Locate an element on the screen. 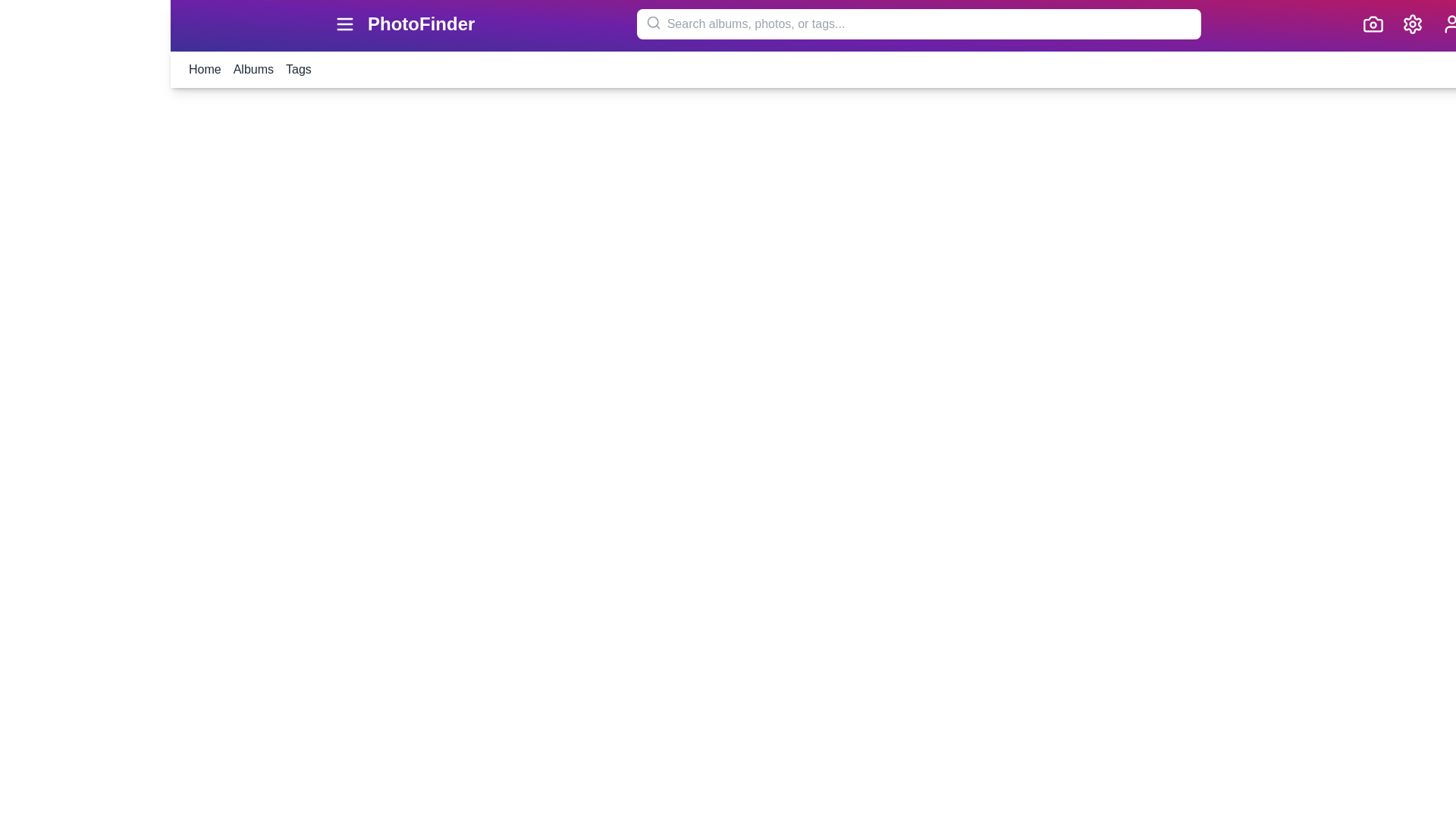  the 'PhotoFinder' title in the application bar is located at coordinates (421, 24).